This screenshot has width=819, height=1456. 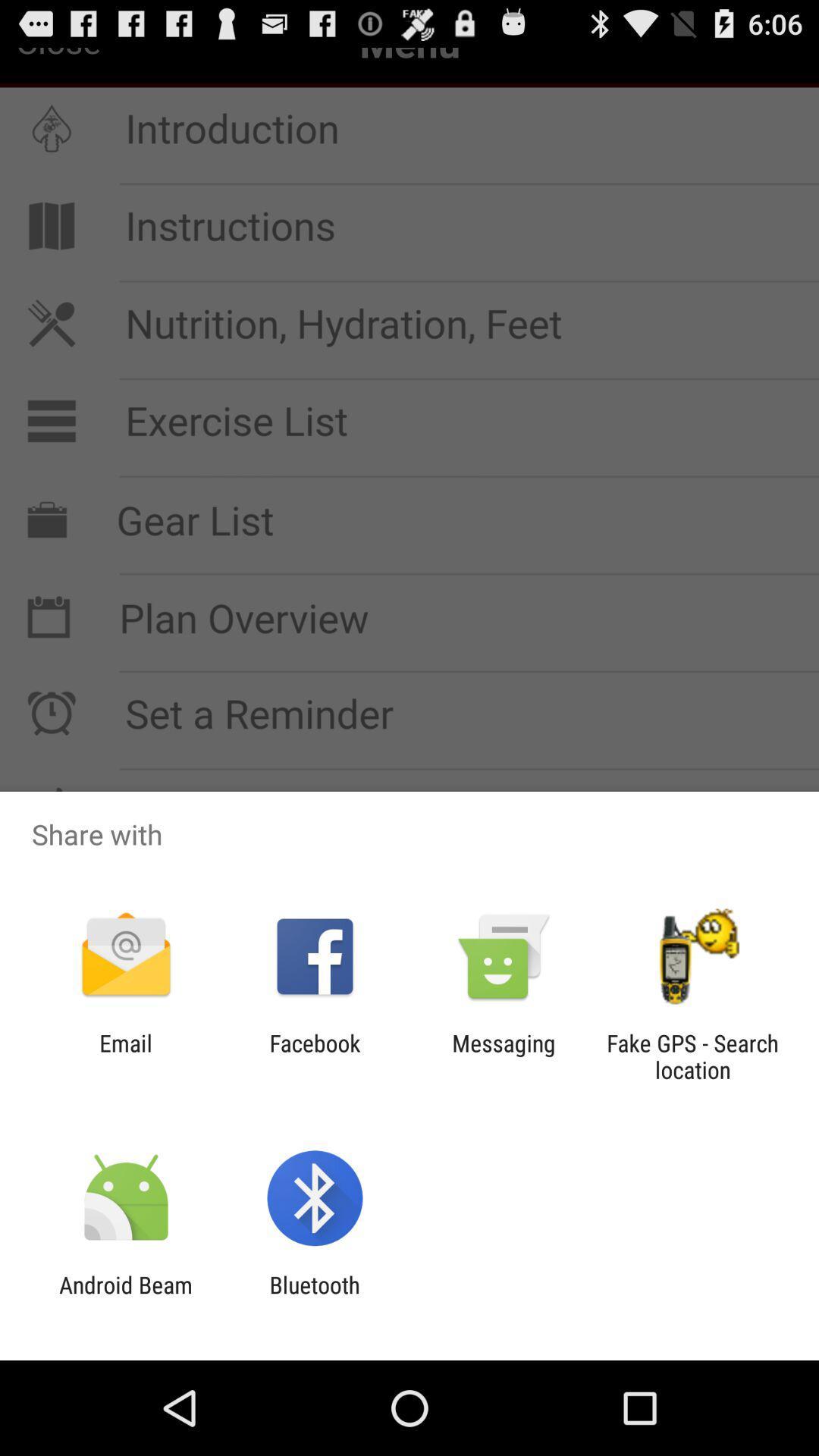 What do you see at coordinates (125, 1056) in the screenshot?
I see `icon to the left of the facebook item` at bounding box center [125, 1056].